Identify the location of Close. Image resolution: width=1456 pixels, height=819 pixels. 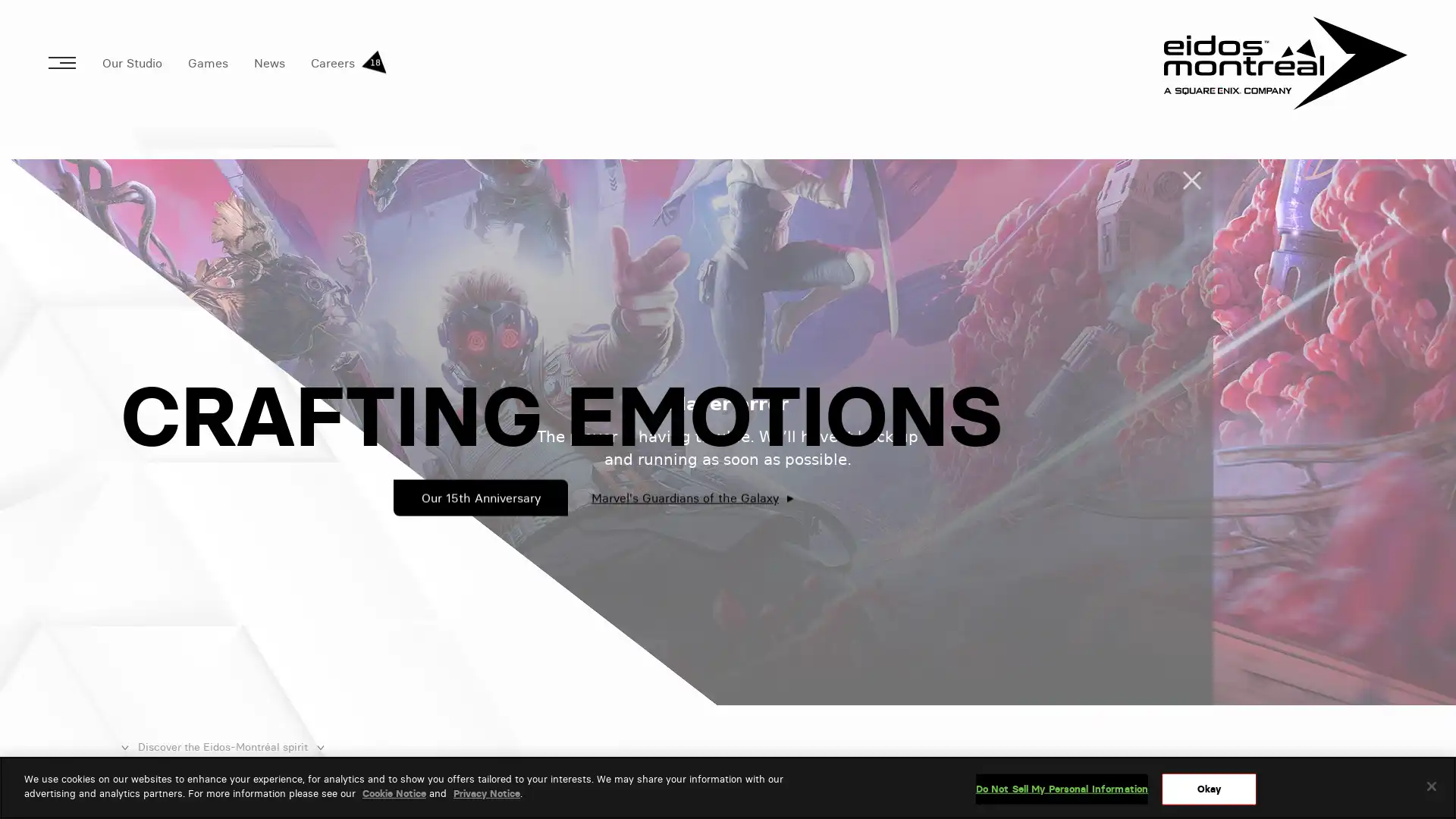
(1430, 785).